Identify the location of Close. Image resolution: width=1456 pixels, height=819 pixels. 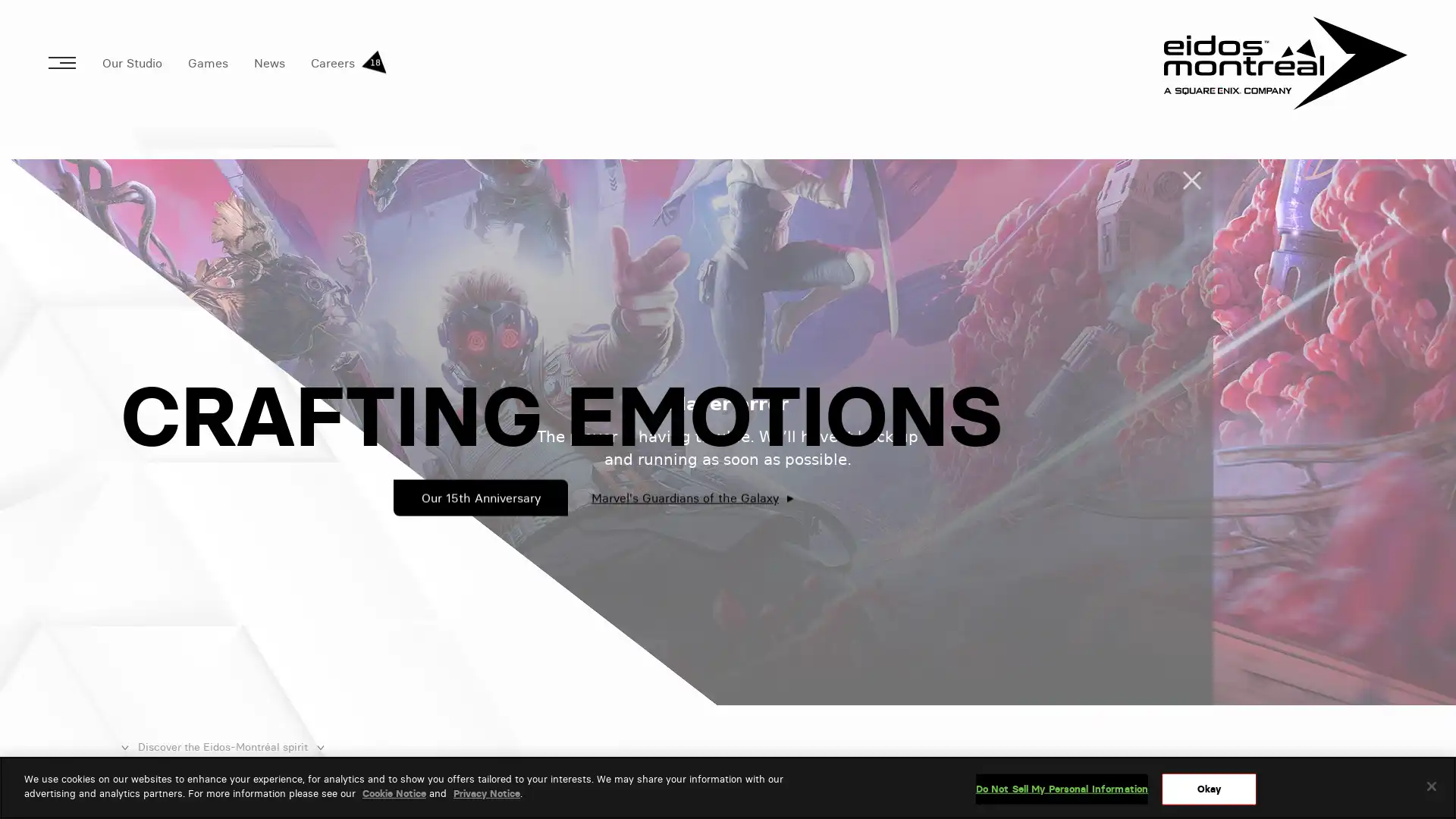
(1430, 785).